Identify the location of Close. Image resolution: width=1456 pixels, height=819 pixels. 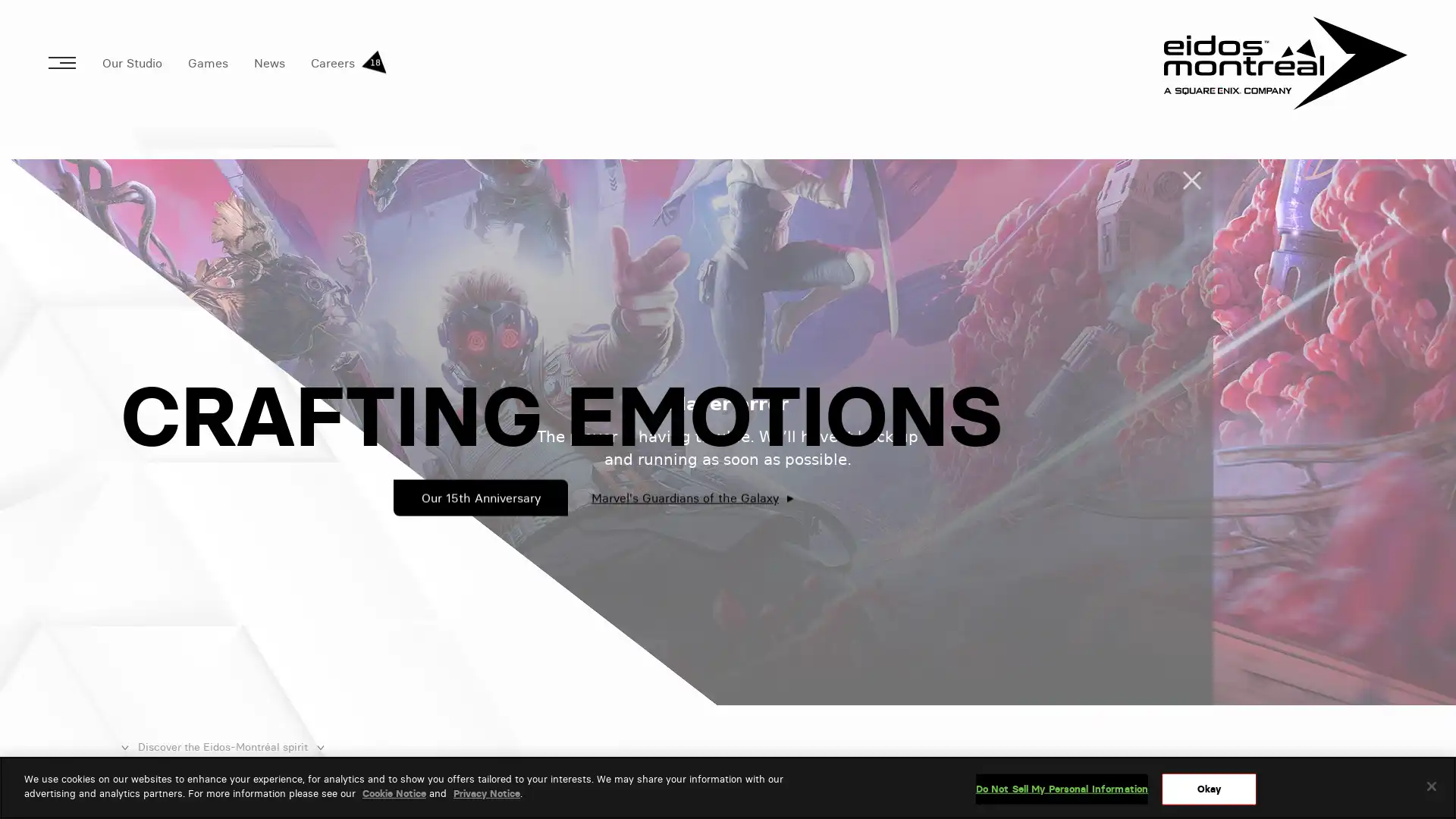
(1430, 785).